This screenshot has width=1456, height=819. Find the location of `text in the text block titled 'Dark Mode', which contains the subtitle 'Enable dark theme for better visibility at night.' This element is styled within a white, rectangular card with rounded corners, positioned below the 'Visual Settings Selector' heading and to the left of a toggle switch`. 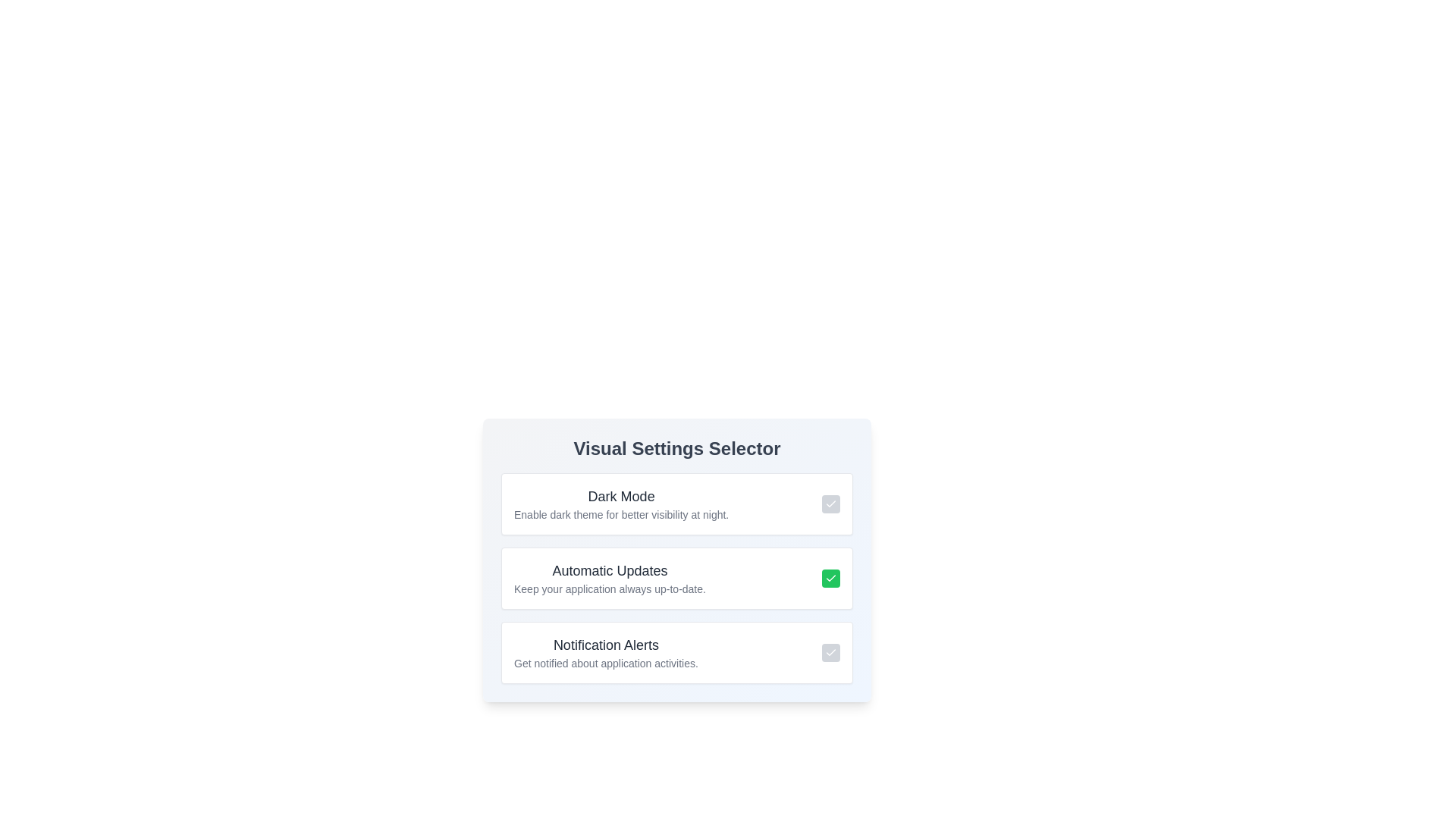

text in the text block titled 'Dark Mode', which contains the subtitle 'Enable dark theme for better visibility at night.' This element is styled within a white, rectangular card with rounded corners, positioned below the 'Visual Settings Selector' heading and to the left of a toggle switch is located at coordinates (621, 504).